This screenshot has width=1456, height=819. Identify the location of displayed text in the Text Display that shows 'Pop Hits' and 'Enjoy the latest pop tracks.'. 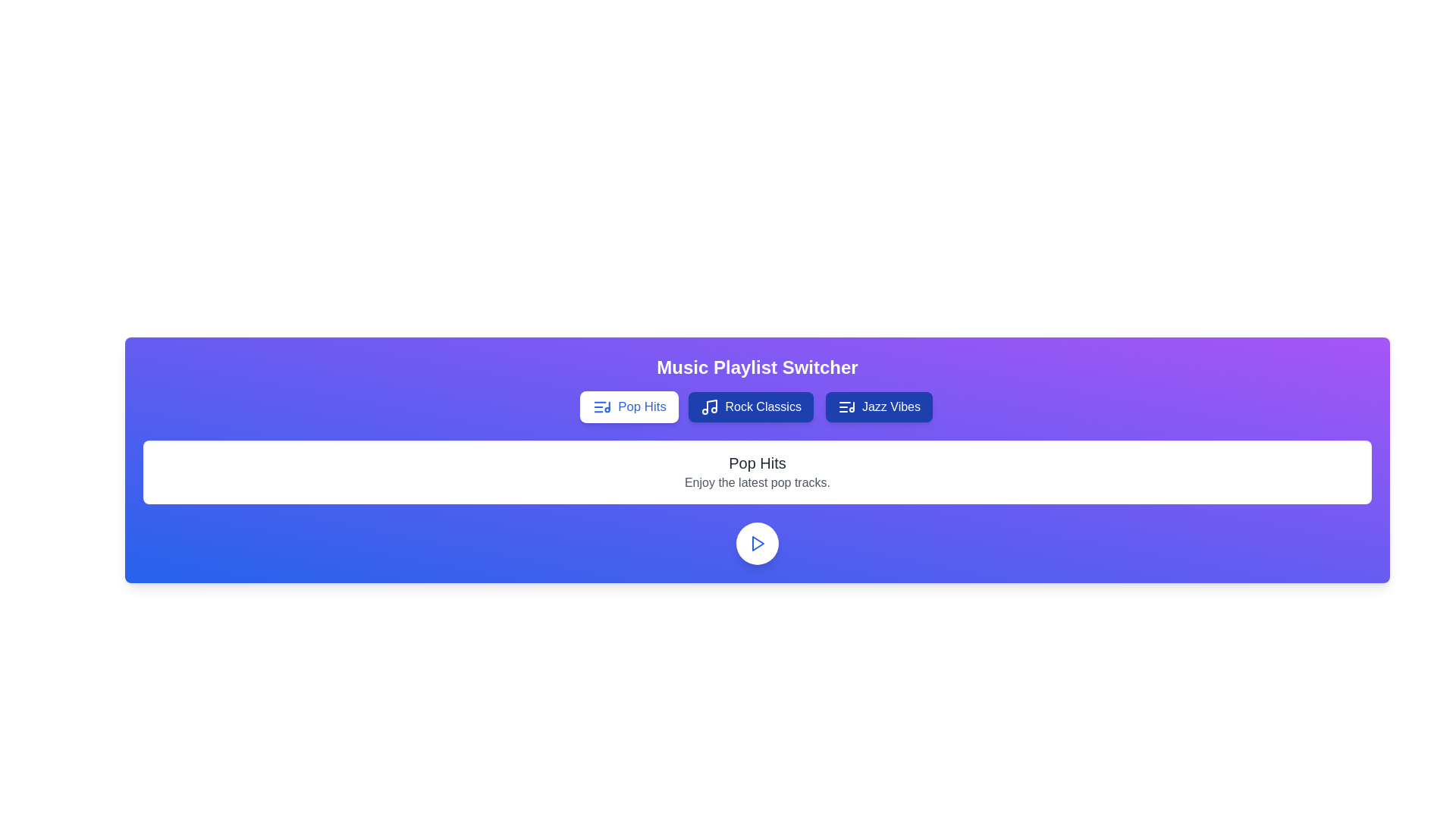
(757, 472).